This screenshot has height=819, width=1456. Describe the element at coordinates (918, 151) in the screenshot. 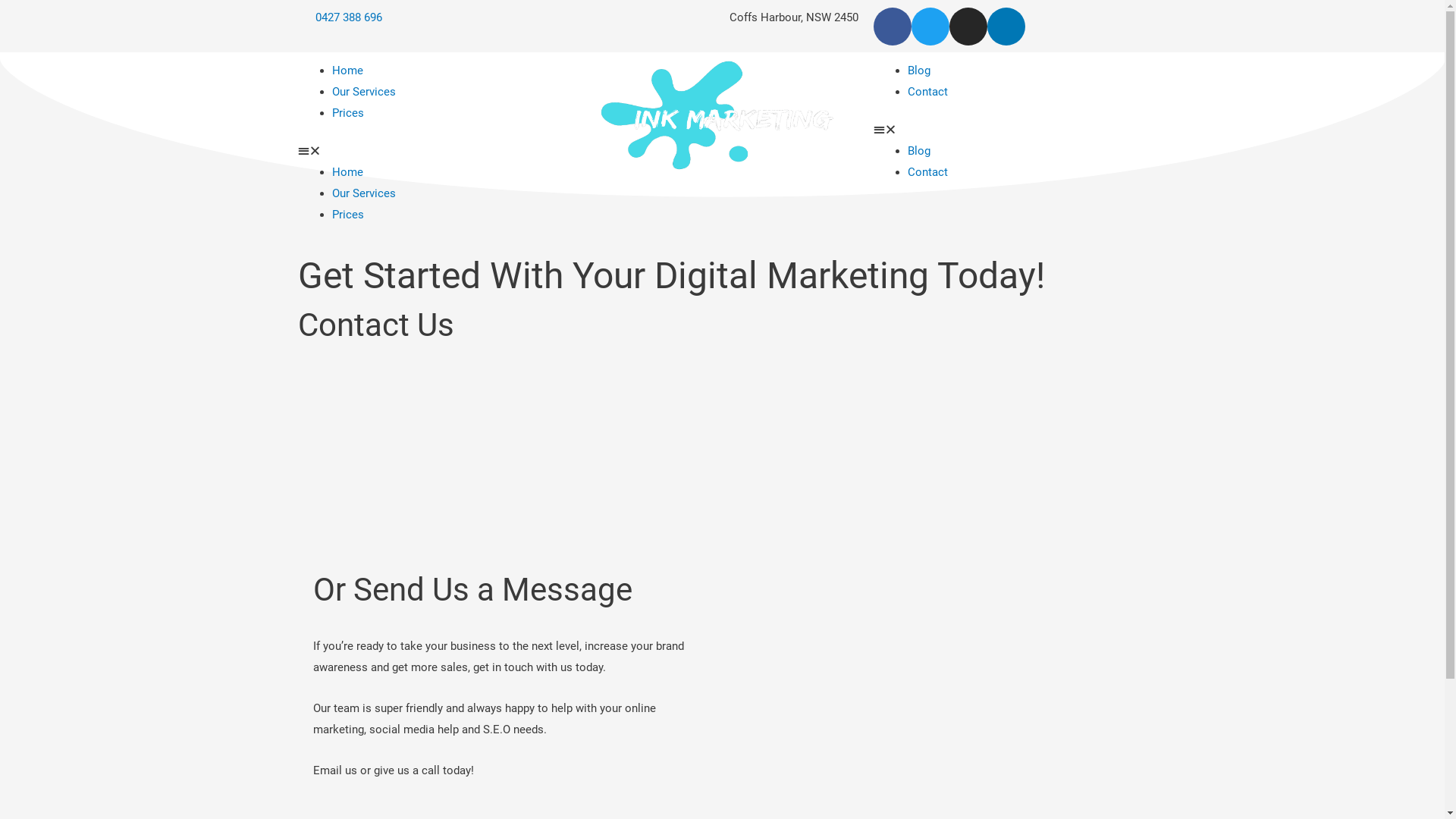

I see `'Blog'` at that location.